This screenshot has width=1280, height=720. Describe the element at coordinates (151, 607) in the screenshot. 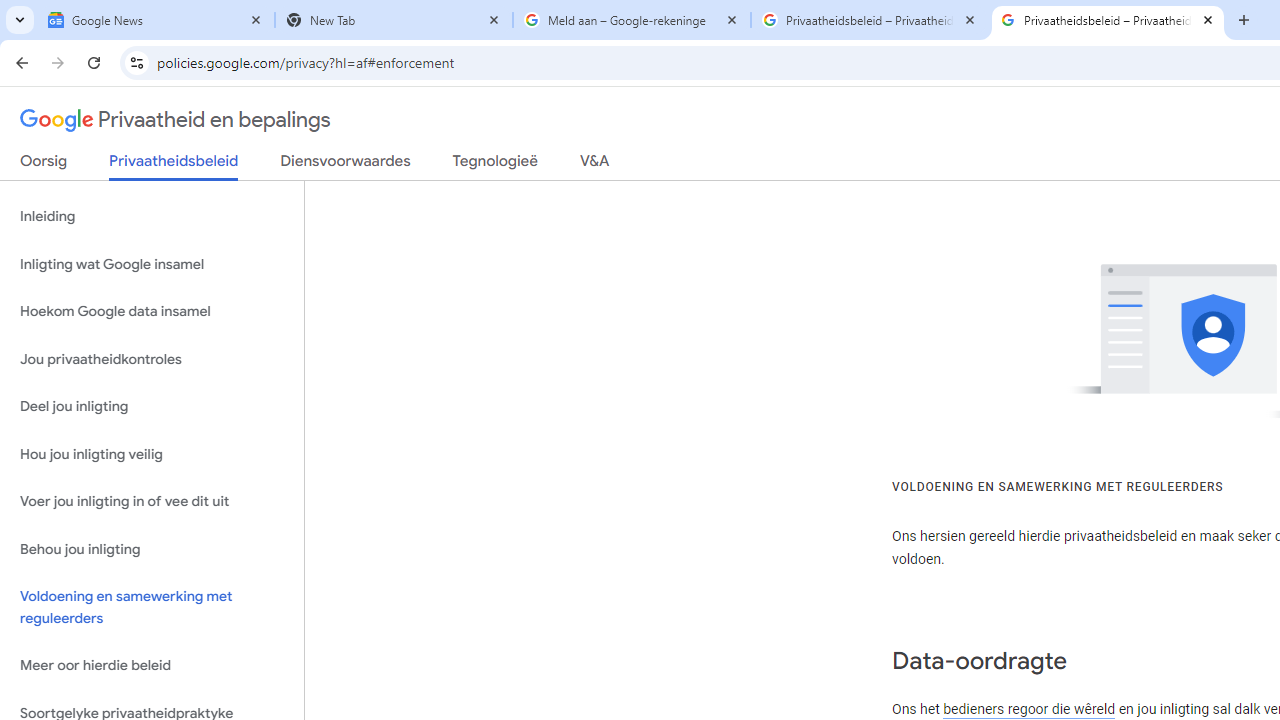

I see `'Voldoening en samewerking met reguleerders'` at that location.